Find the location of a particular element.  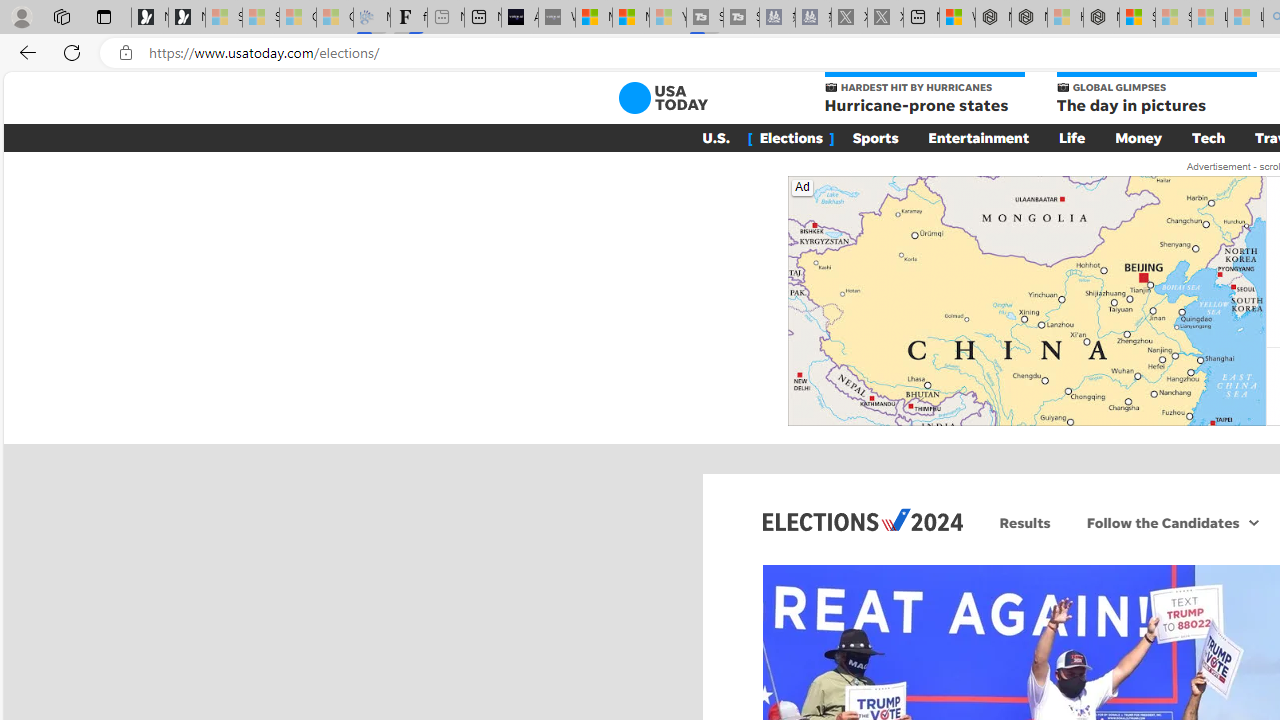

'Nordace - Summer Adventures 2024' is located at coordinates (1029, 17).